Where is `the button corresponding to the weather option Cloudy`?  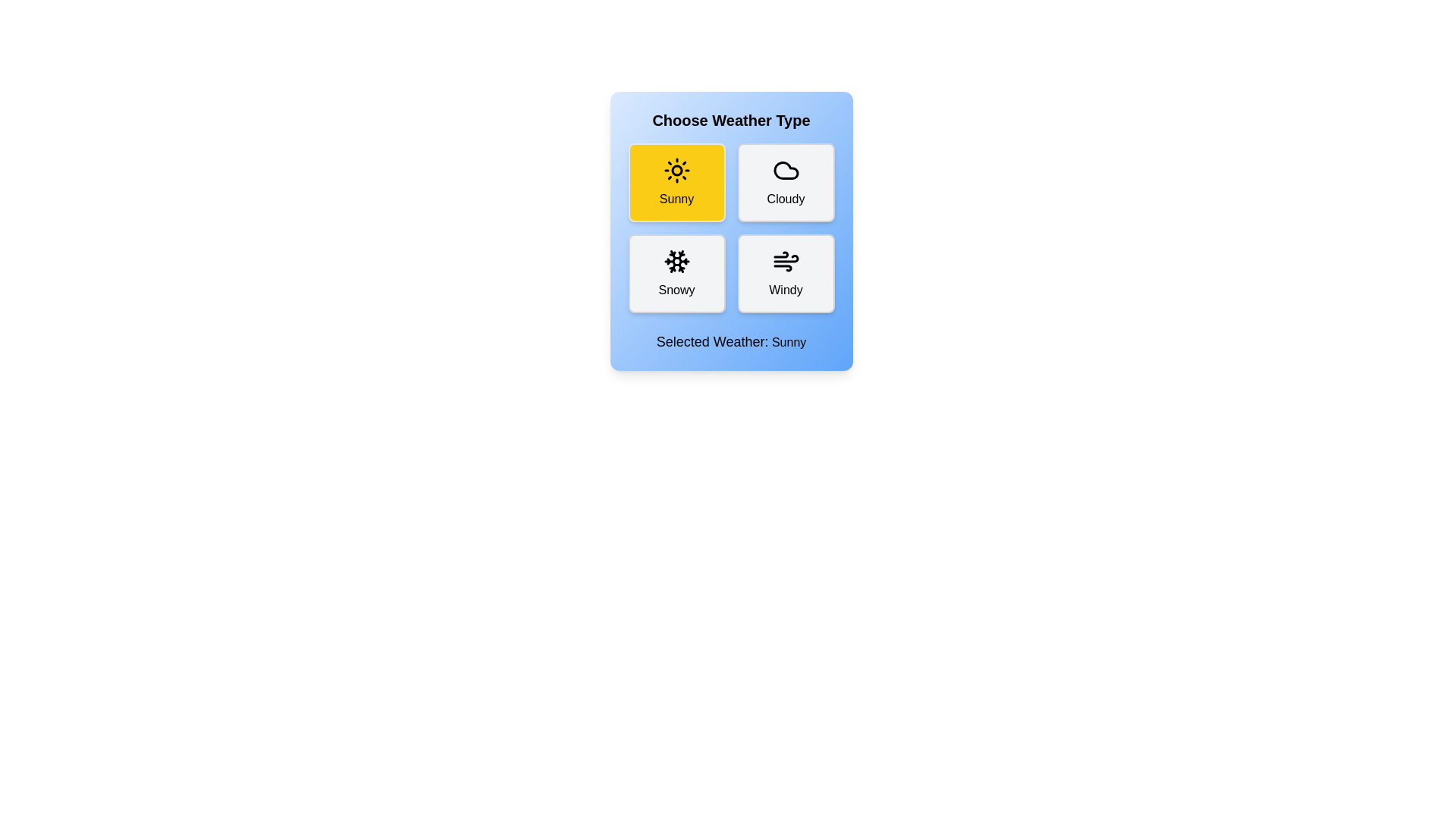 the button corresponding to the weather option Cloudy is located at coordinates (786, 181).